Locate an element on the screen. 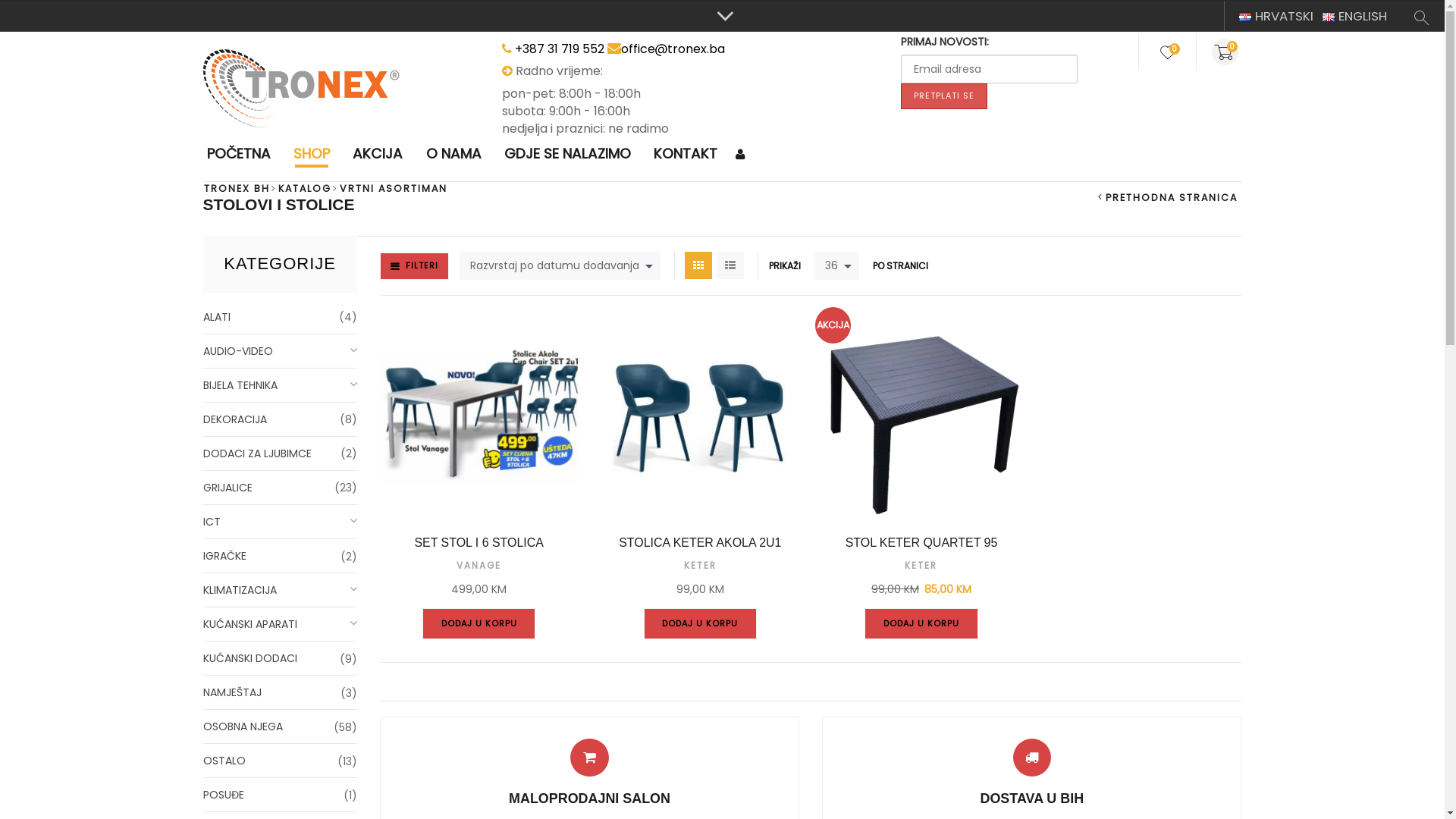 This screenshot has height=819, width=1456. 'SET STOL I 6 STOLICA' is located at coordinates (479, 542).